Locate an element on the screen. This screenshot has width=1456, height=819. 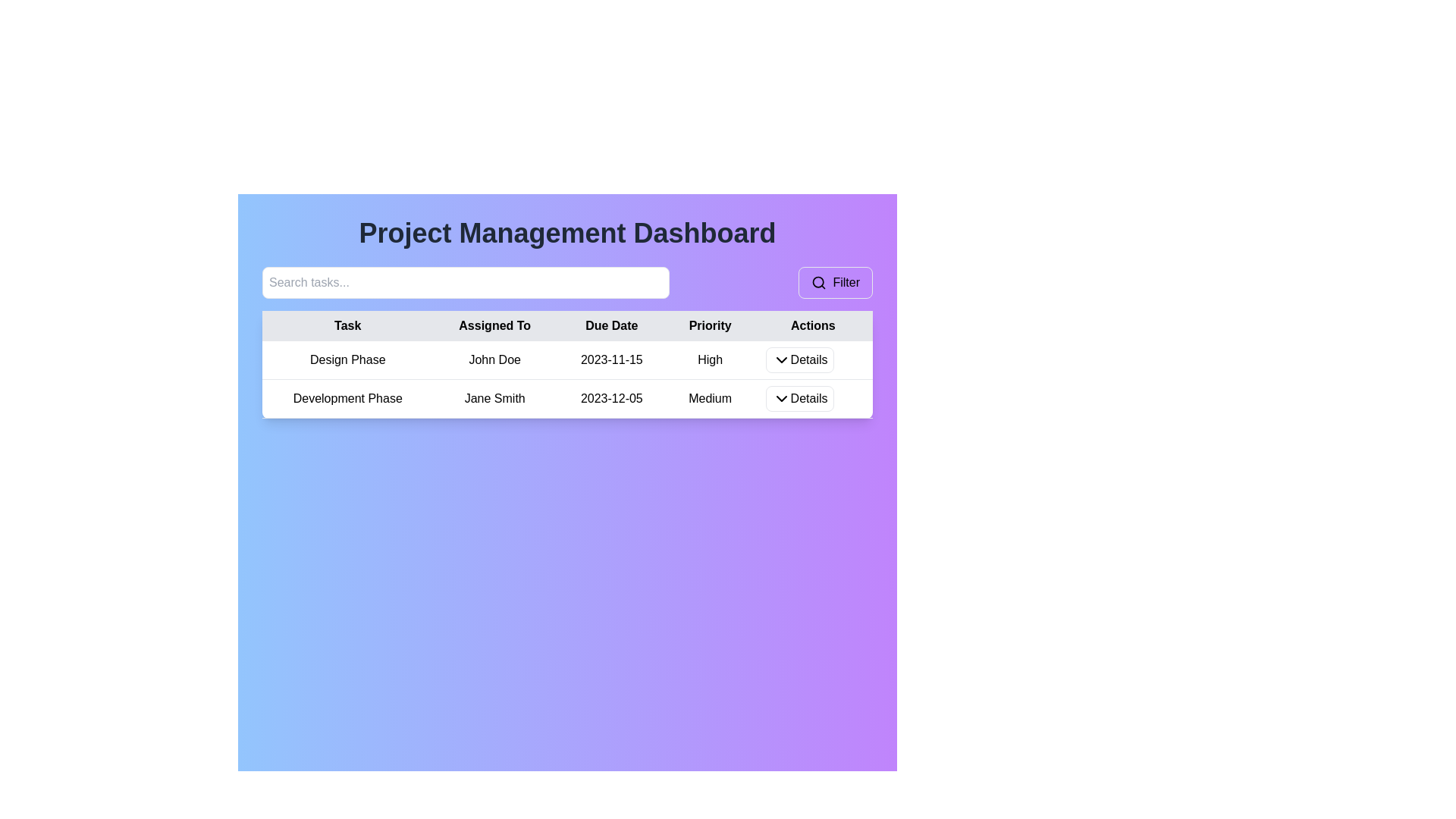
the rectangular button labeled 'Details' with a white background and a downwards-pointing arrow icon is located at coordinates (799, 397).